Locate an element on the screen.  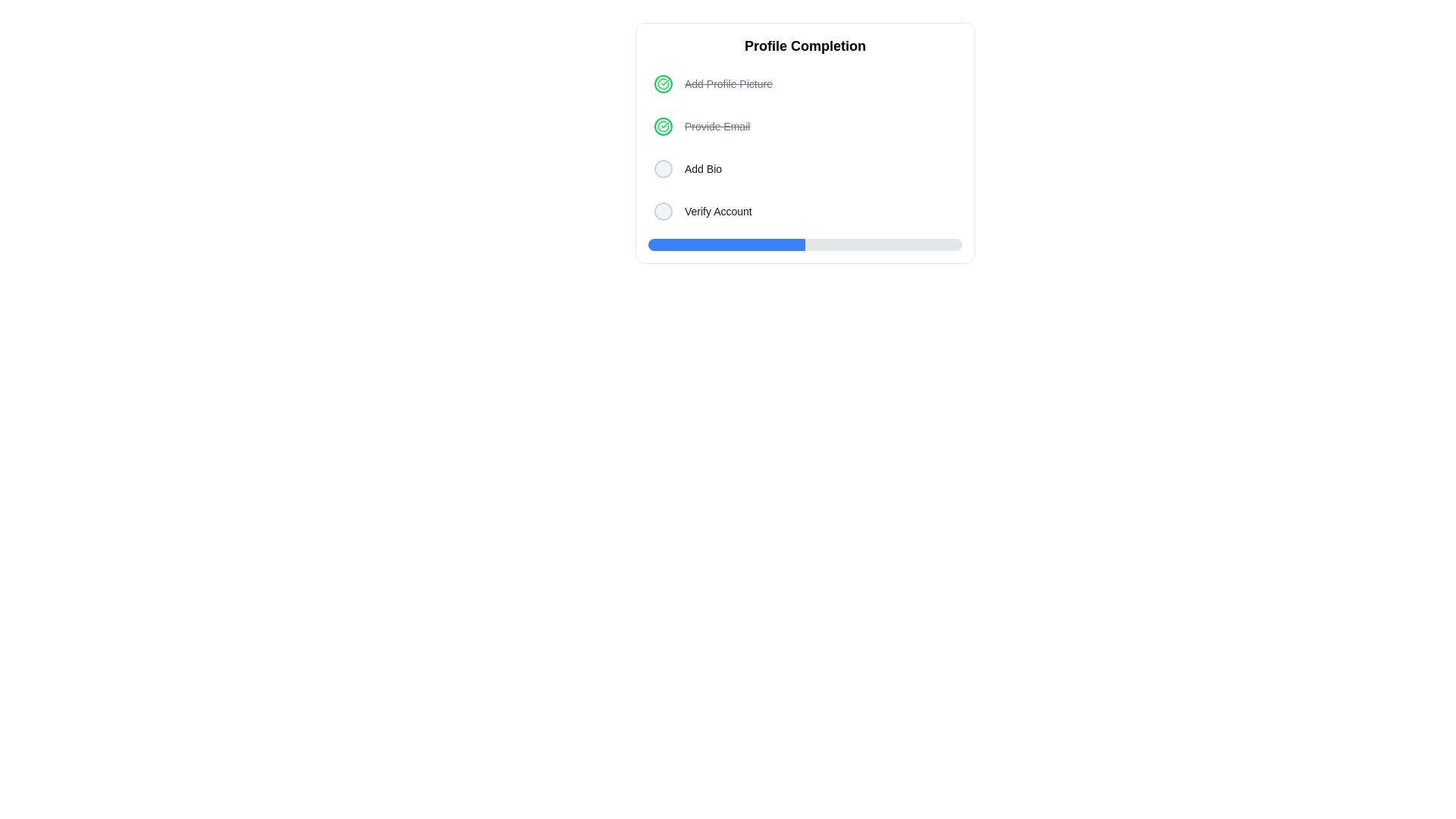
the progress represented by the horizontal progress bar located at the bottom of the 'Profile Completion' card, which shows approximately 50% completion with a blue filled portion is located at coordinates (804, 244).